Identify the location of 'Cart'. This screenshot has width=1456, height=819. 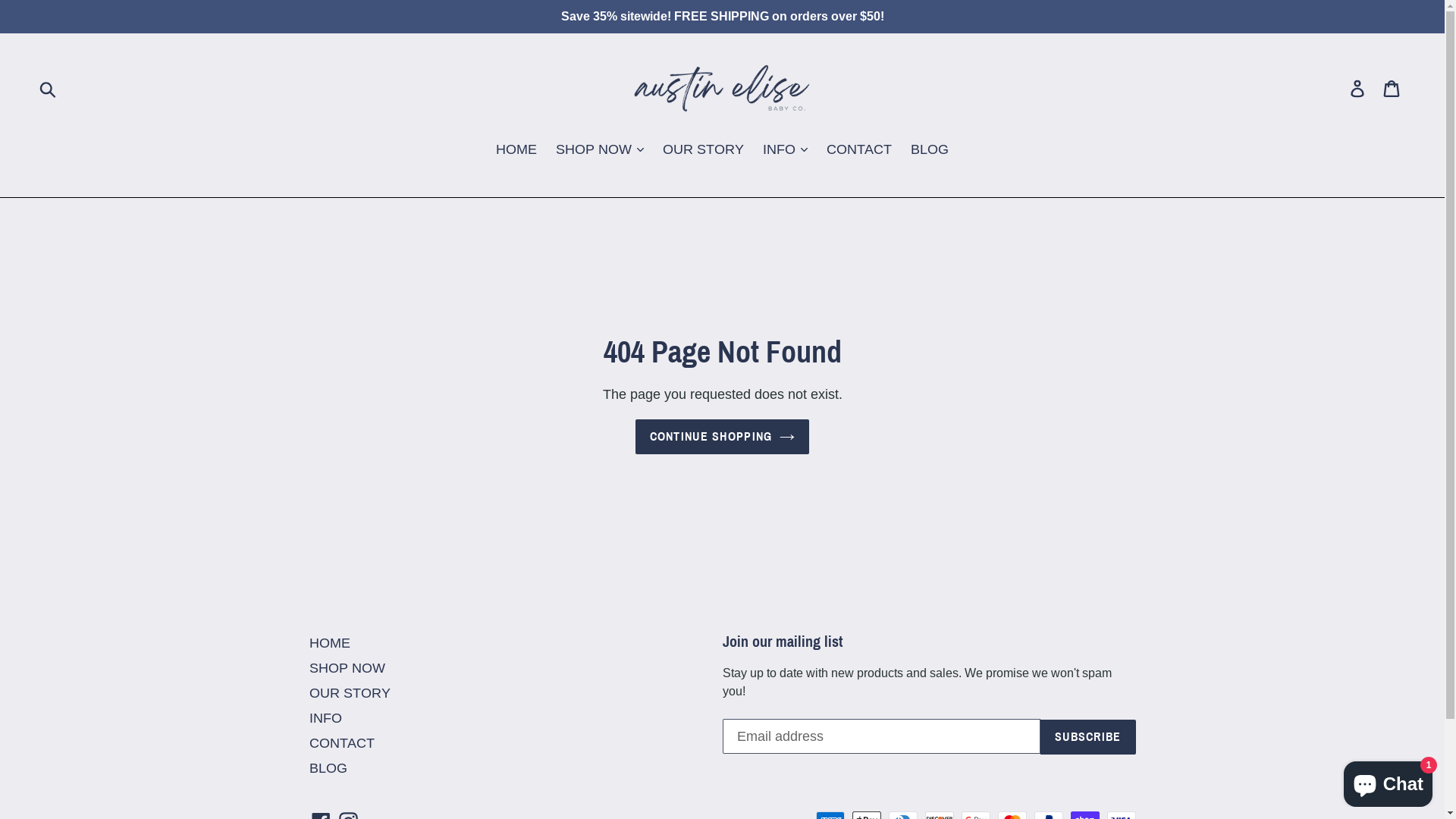
(1392, 87).